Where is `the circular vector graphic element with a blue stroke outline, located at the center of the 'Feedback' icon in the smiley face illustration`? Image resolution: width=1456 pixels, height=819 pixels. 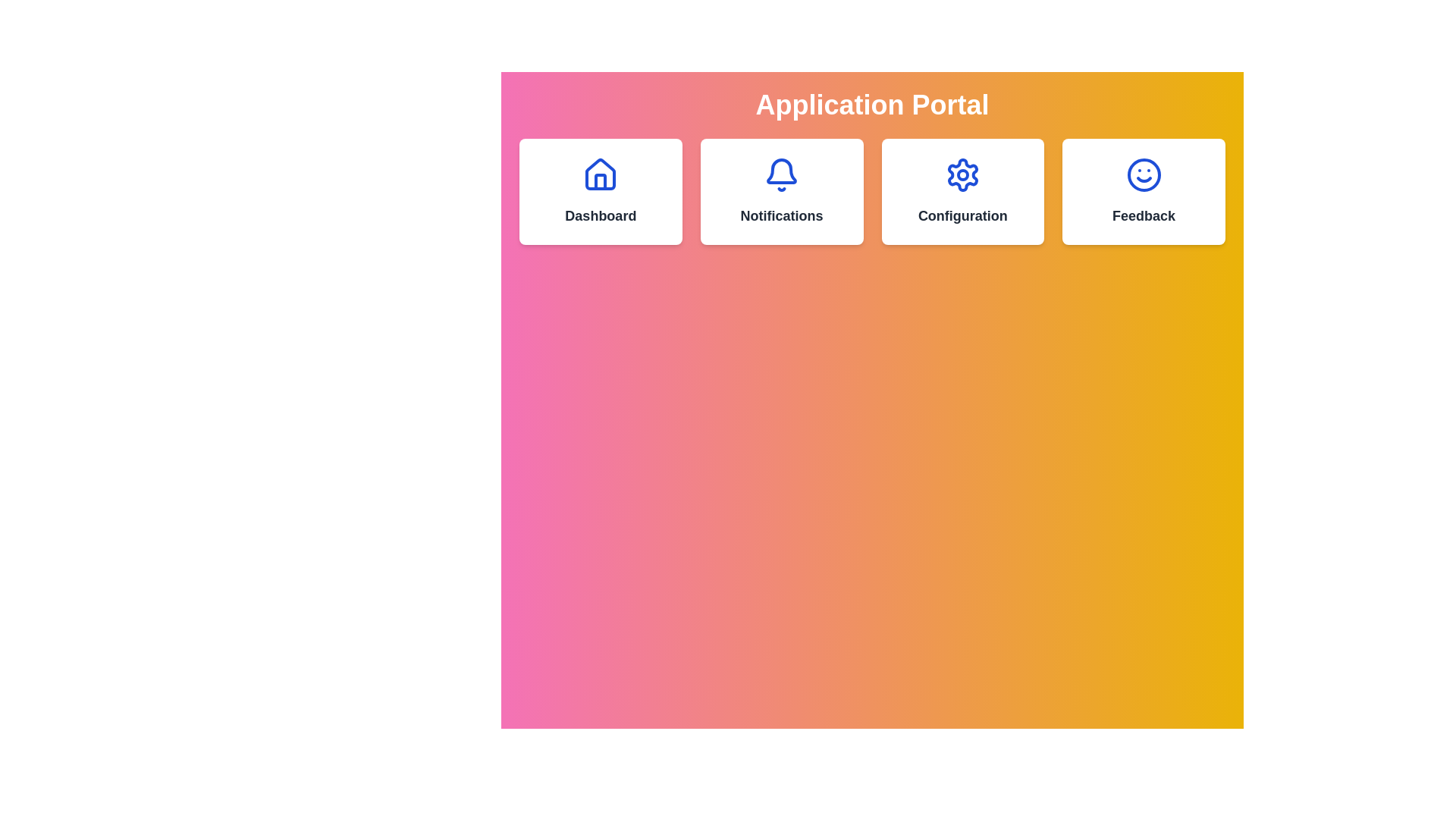
the circular vector graphic element with a blue stroke outline, located at the center of the 'Feedback' icon in the smiley face illustration is located at coordinates (1144, 174).